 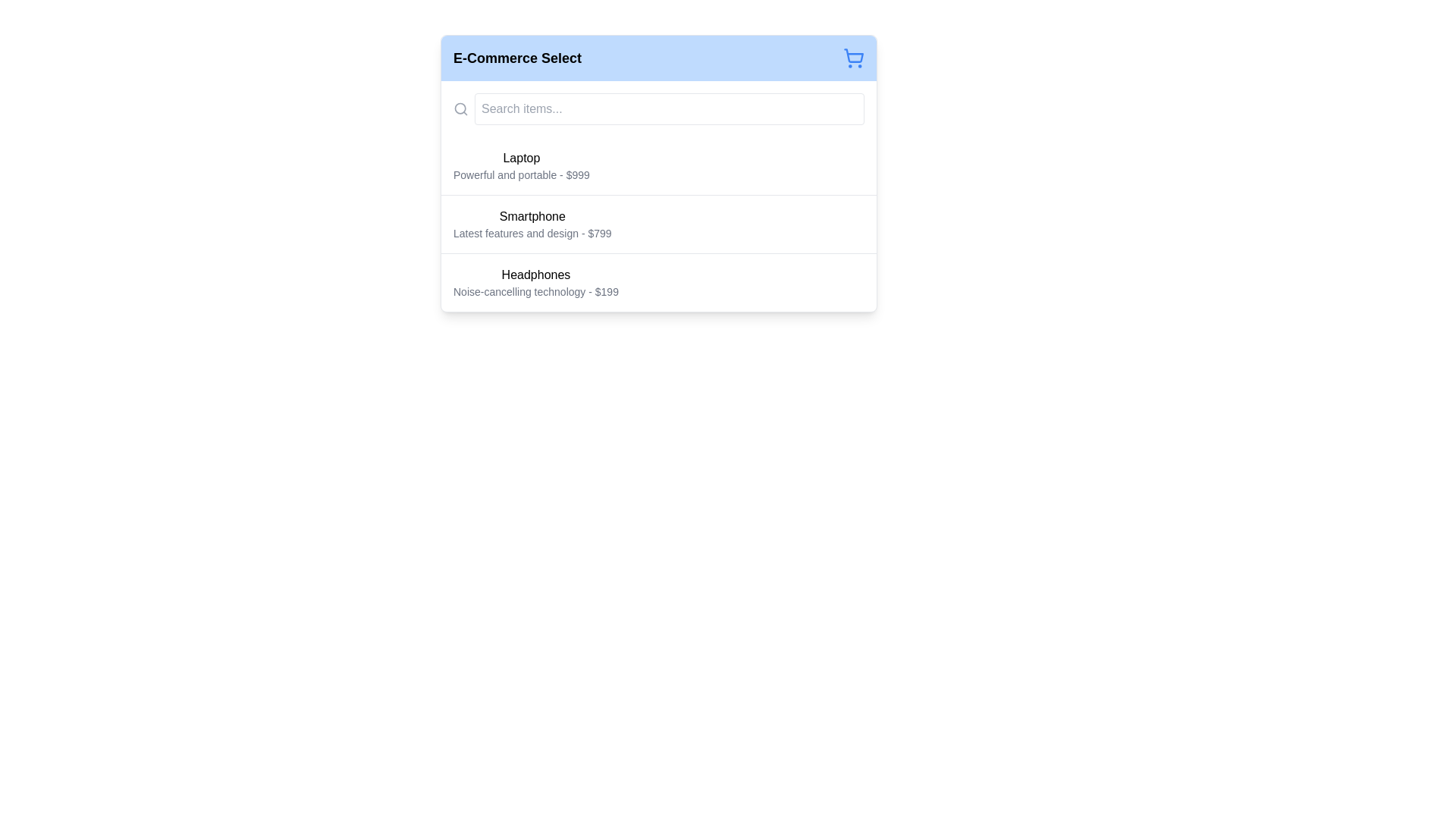 I want to click on the shopping cart icon located at the top-right corner of the interface, which visually represents the shopping cart and is part of the e-commerce application, so click(x=854, y=55).